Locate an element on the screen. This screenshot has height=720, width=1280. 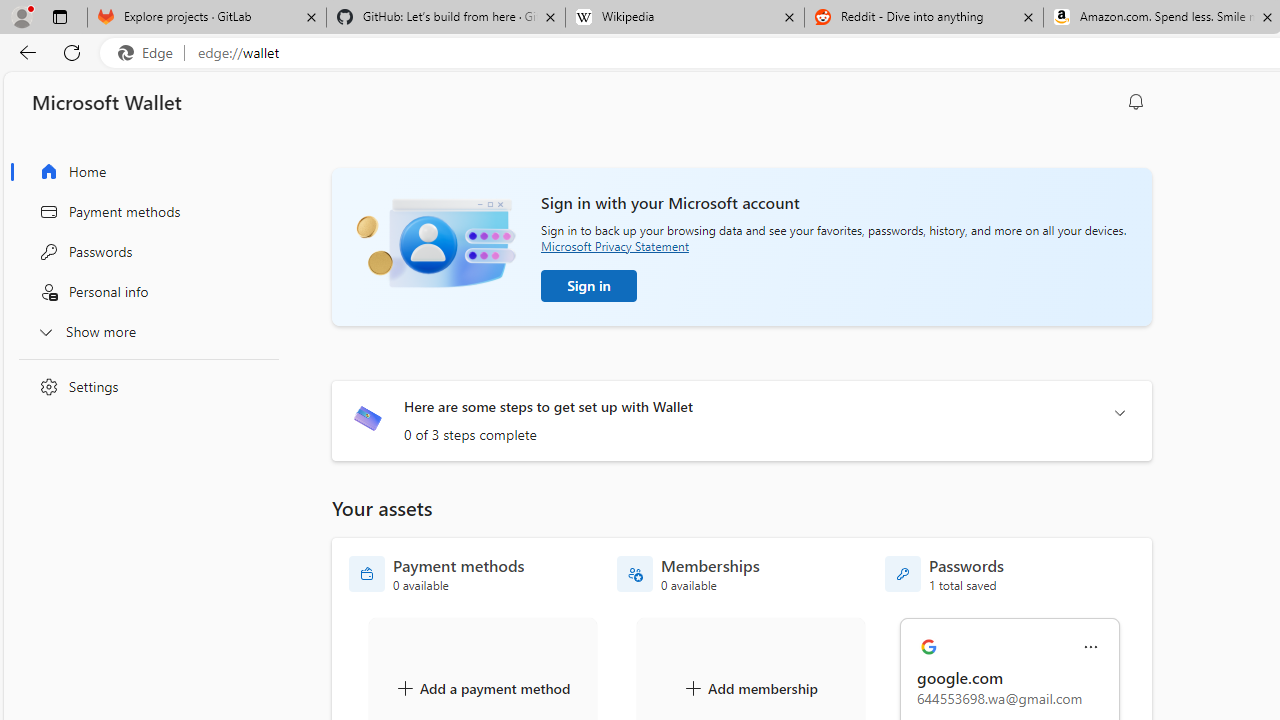
'Notification' is located at coordinates (1136, 101).